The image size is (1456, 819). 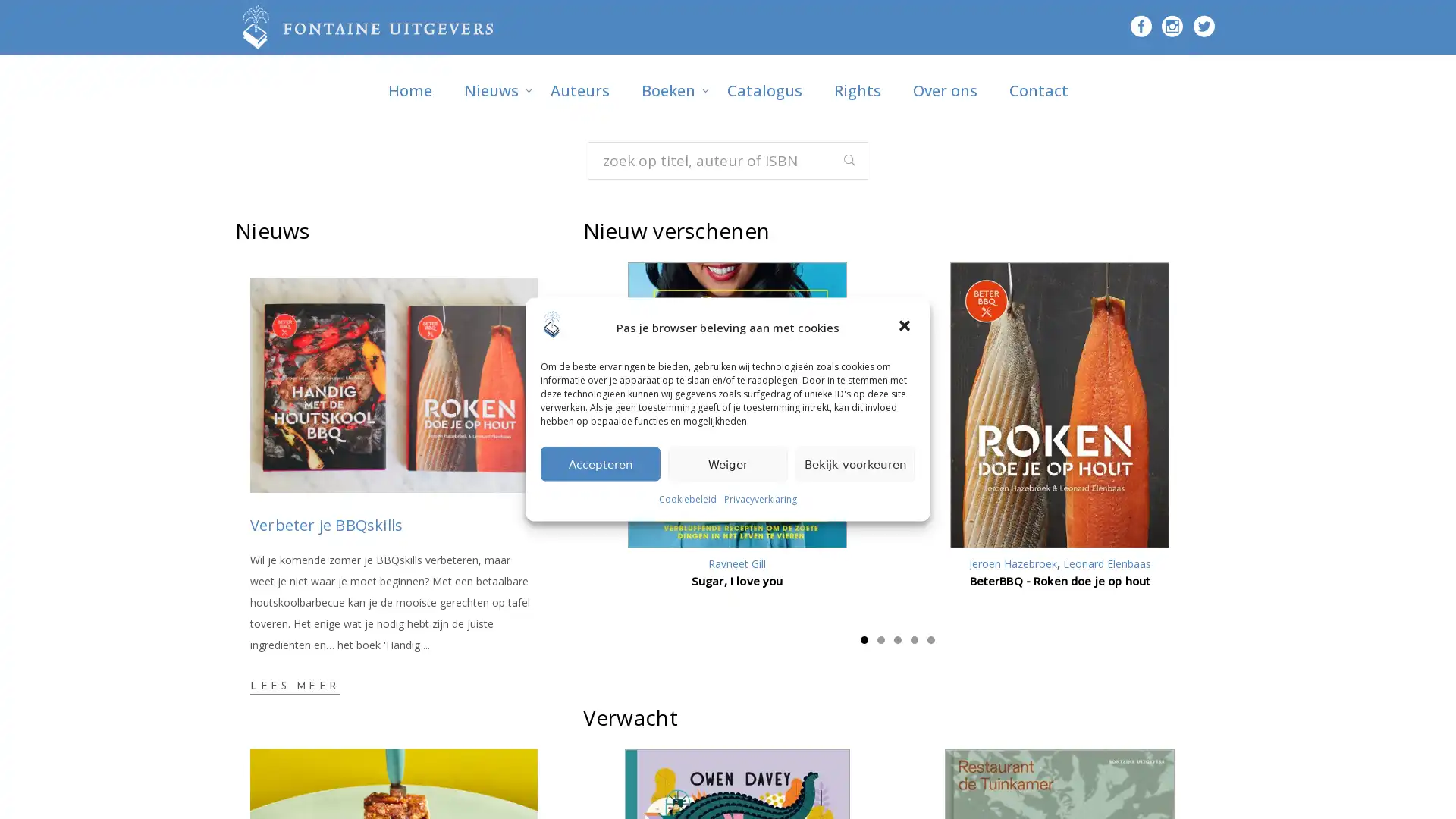 What do you see at coordinates (728, 463) in the screenshot?
I see `Weiger` at bounding box center [728, 463].